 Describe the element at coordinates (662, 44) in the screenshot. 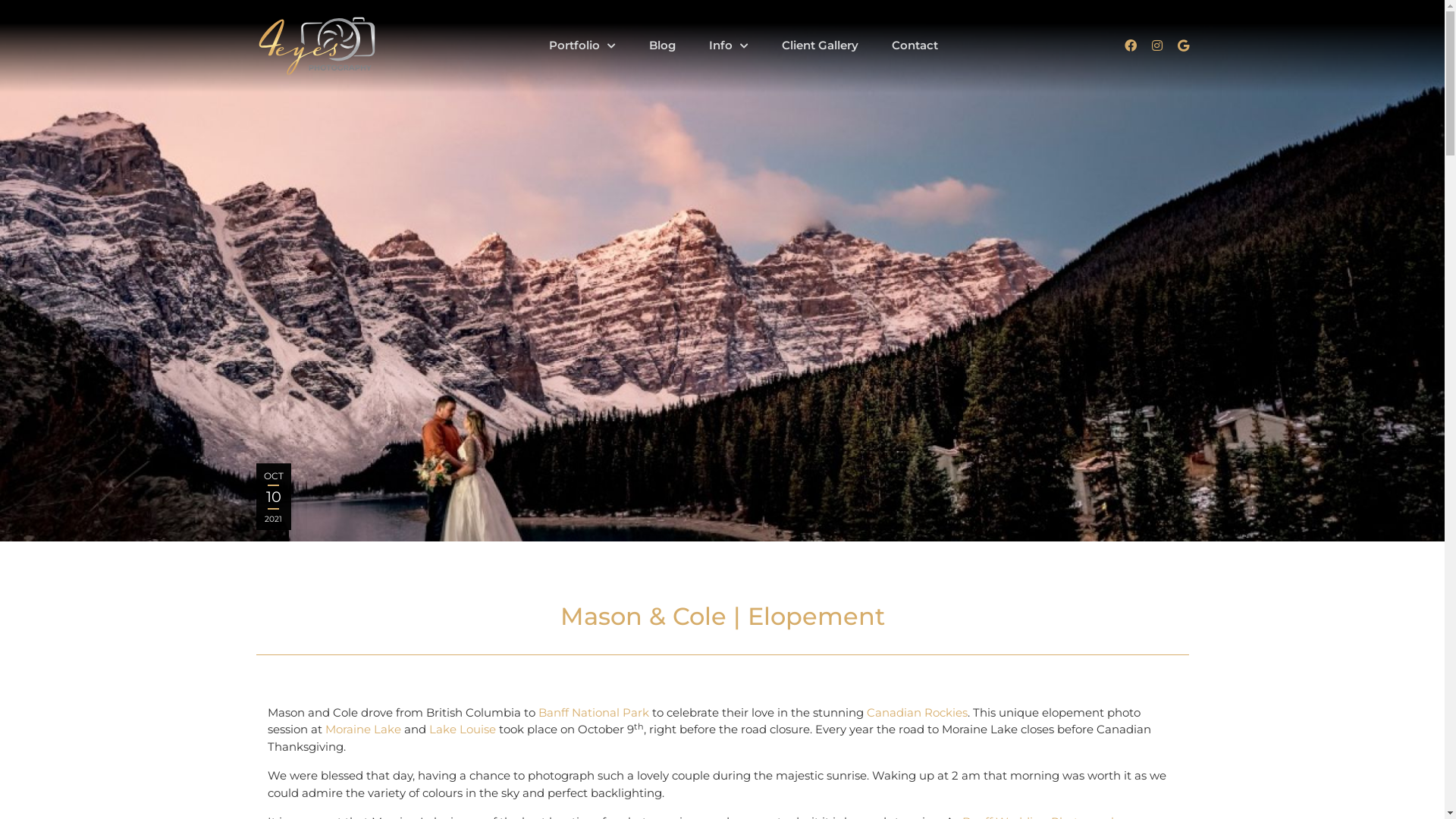

I see `'Blog'` at that location.